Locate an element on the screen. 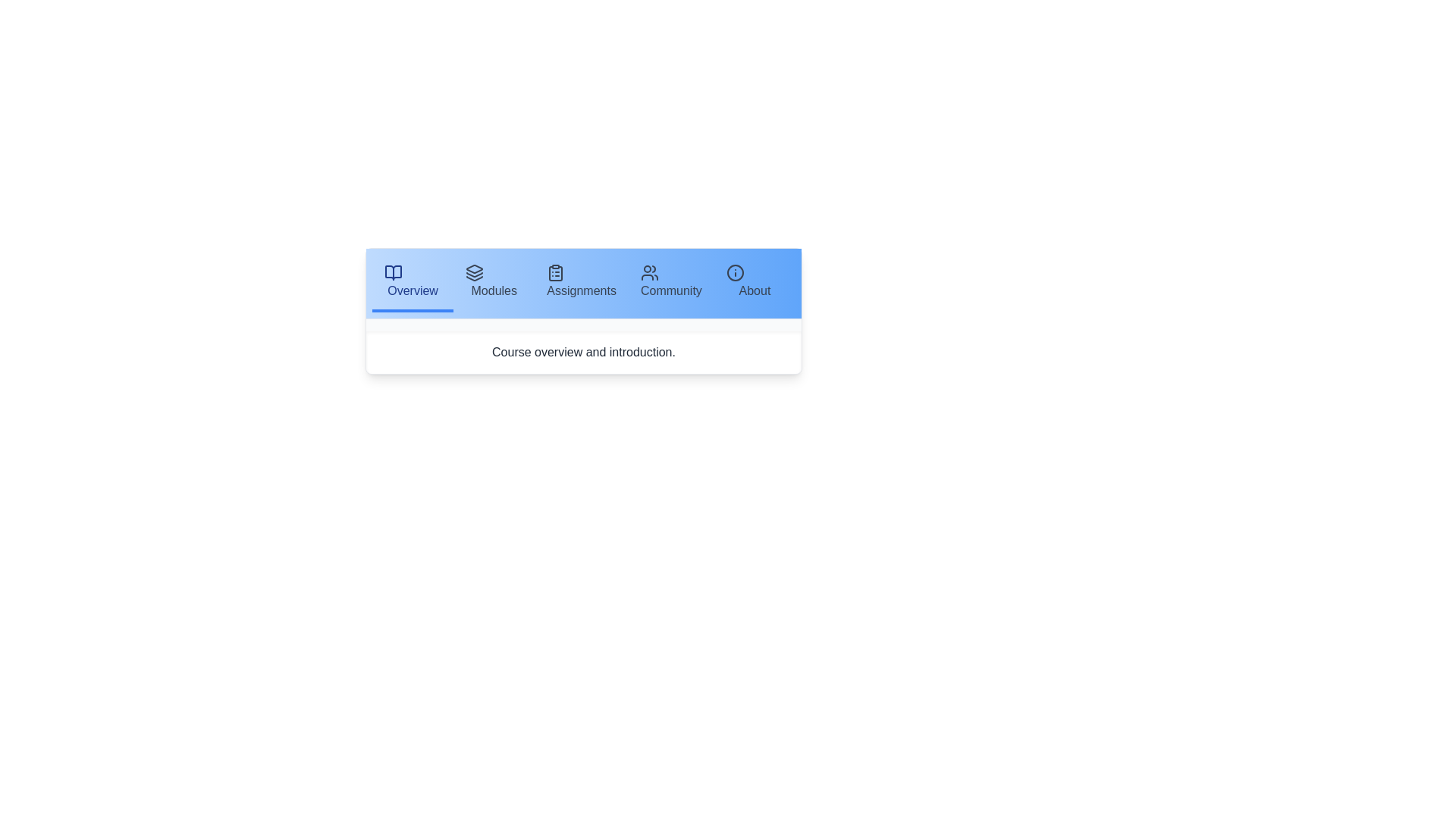 Image resolution: width=1456 pixels, height=819 pixels. the navigational button located as the far-right tab in the horizontal navigation bar, adjacent to the information symbol is located at coordinates (755, 291).